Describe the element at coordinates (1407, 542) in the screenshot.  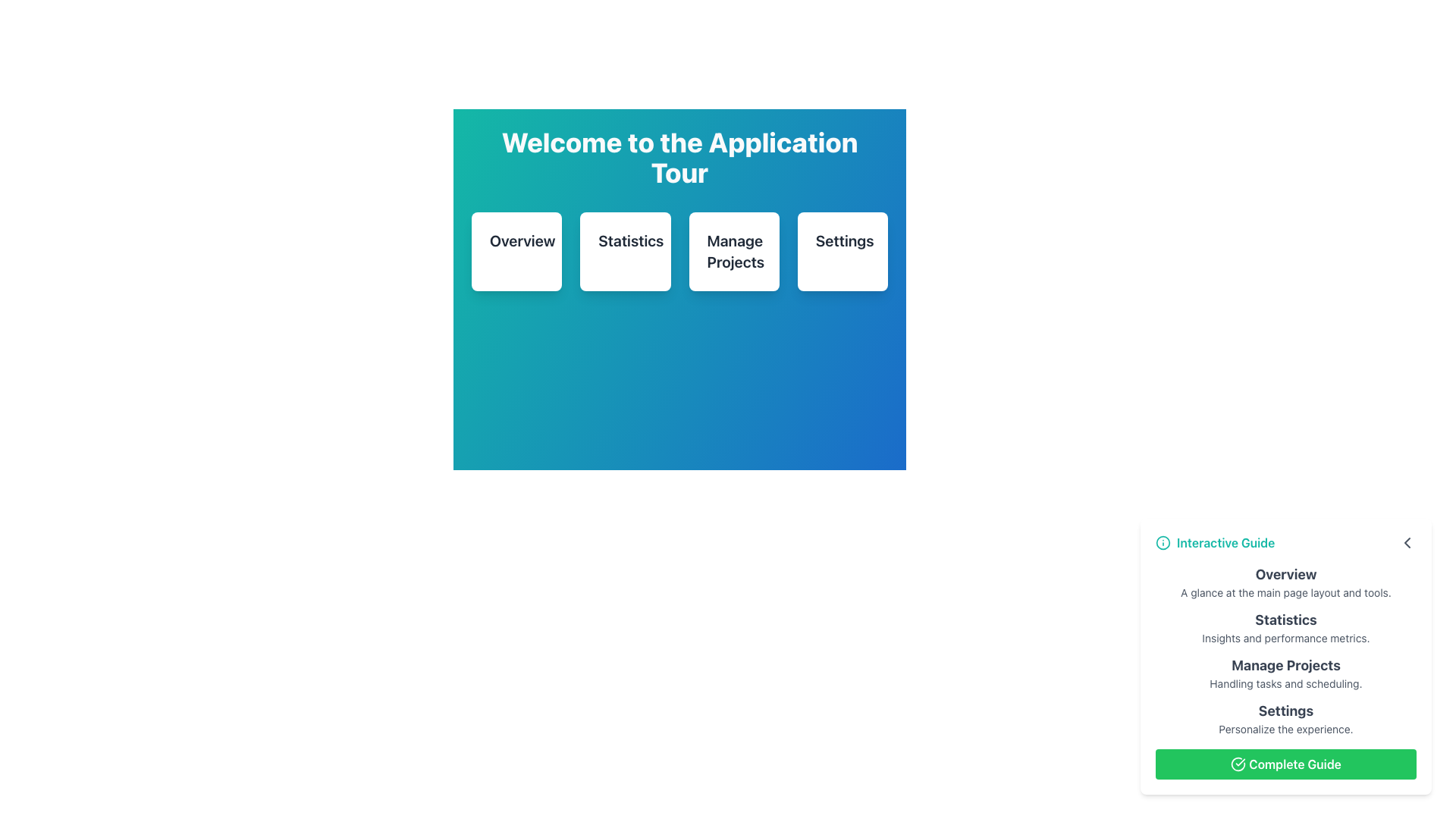
I see `the leftward chevron icon used for navigation, located in the top-right of the pop-up modal` at that location.